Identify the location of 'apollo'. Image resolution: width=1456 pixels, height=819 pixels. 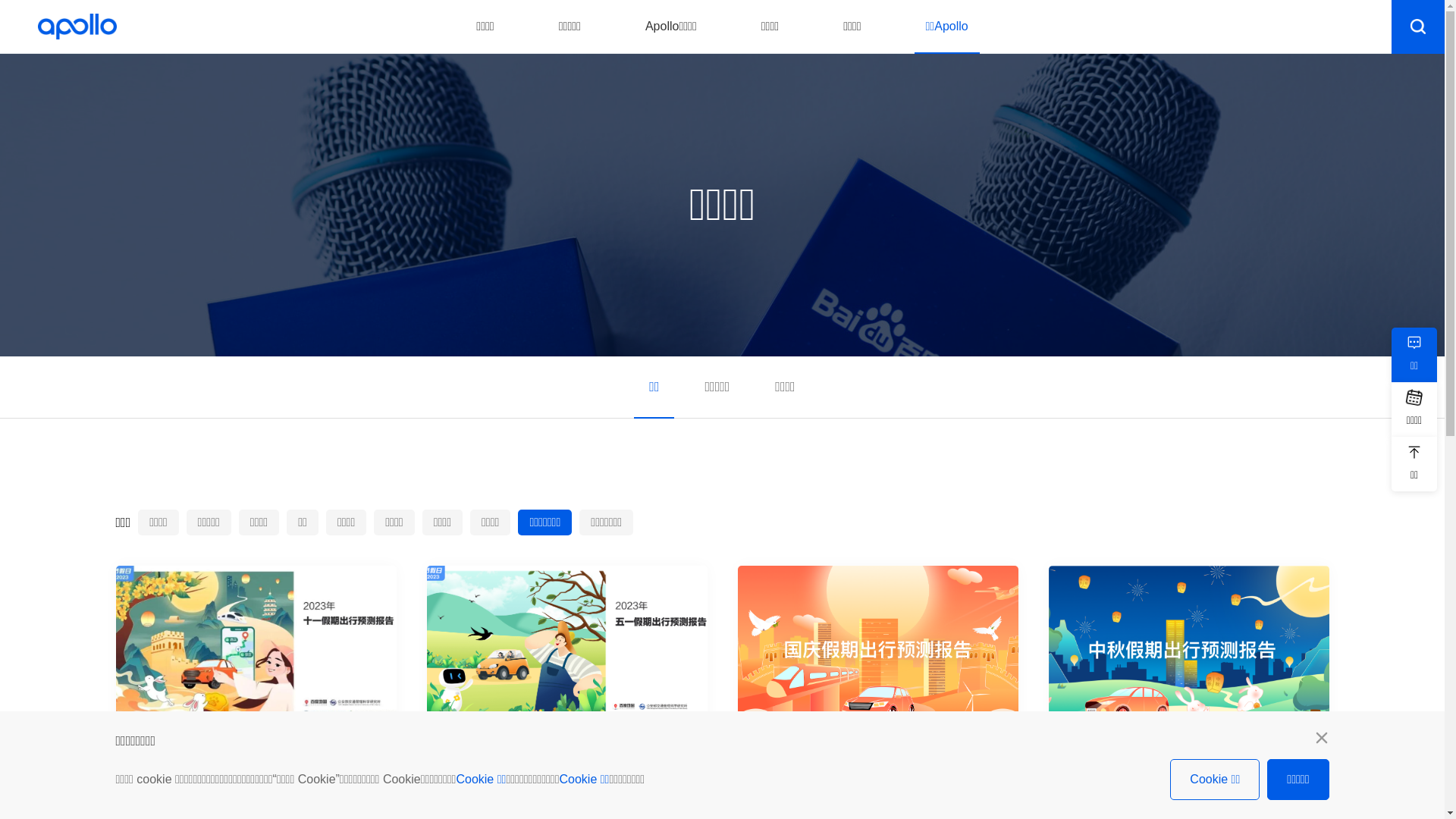
(76, 26).